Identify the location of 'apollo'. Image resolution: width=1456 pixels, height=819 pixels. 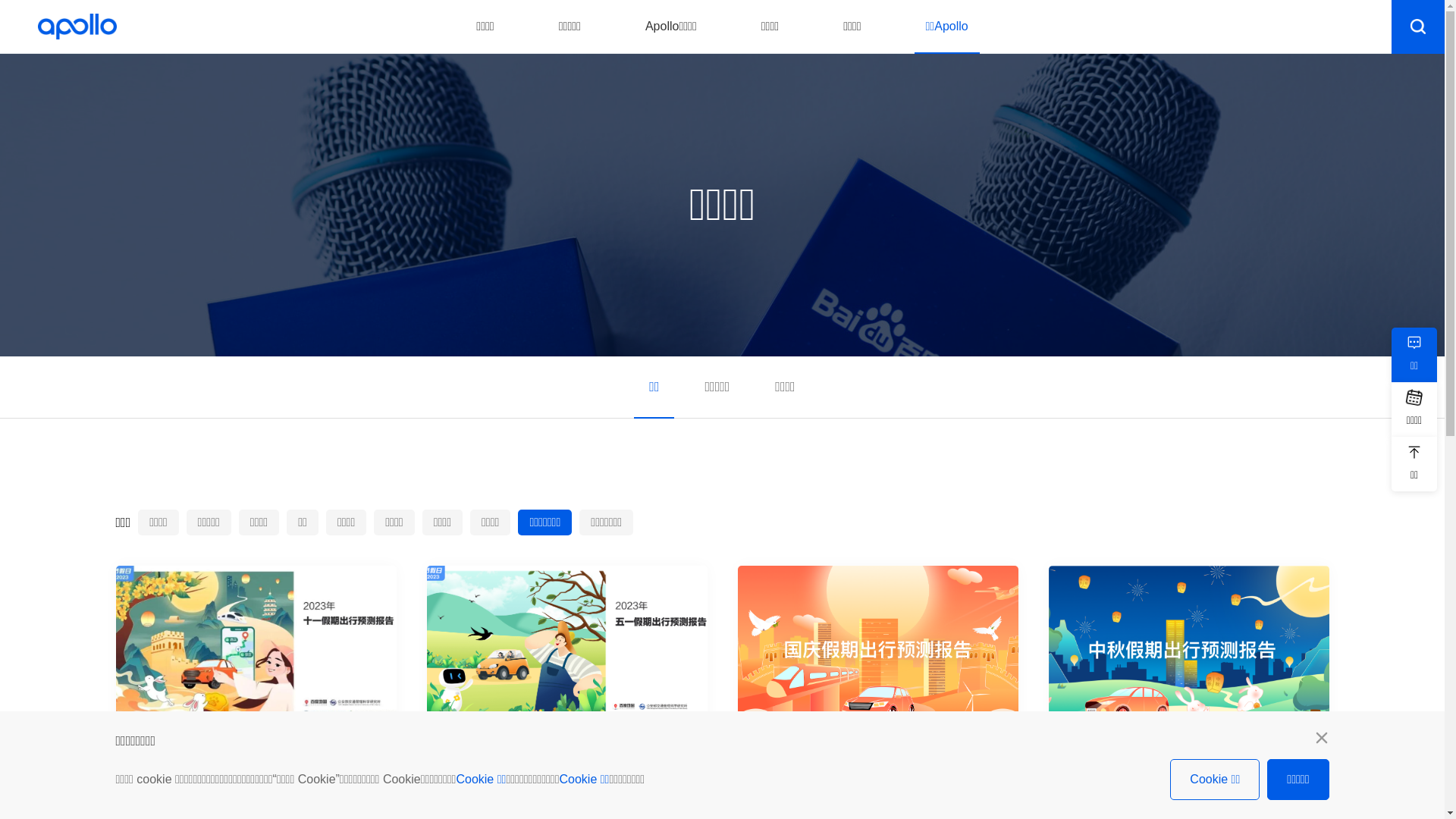
(76, 26).